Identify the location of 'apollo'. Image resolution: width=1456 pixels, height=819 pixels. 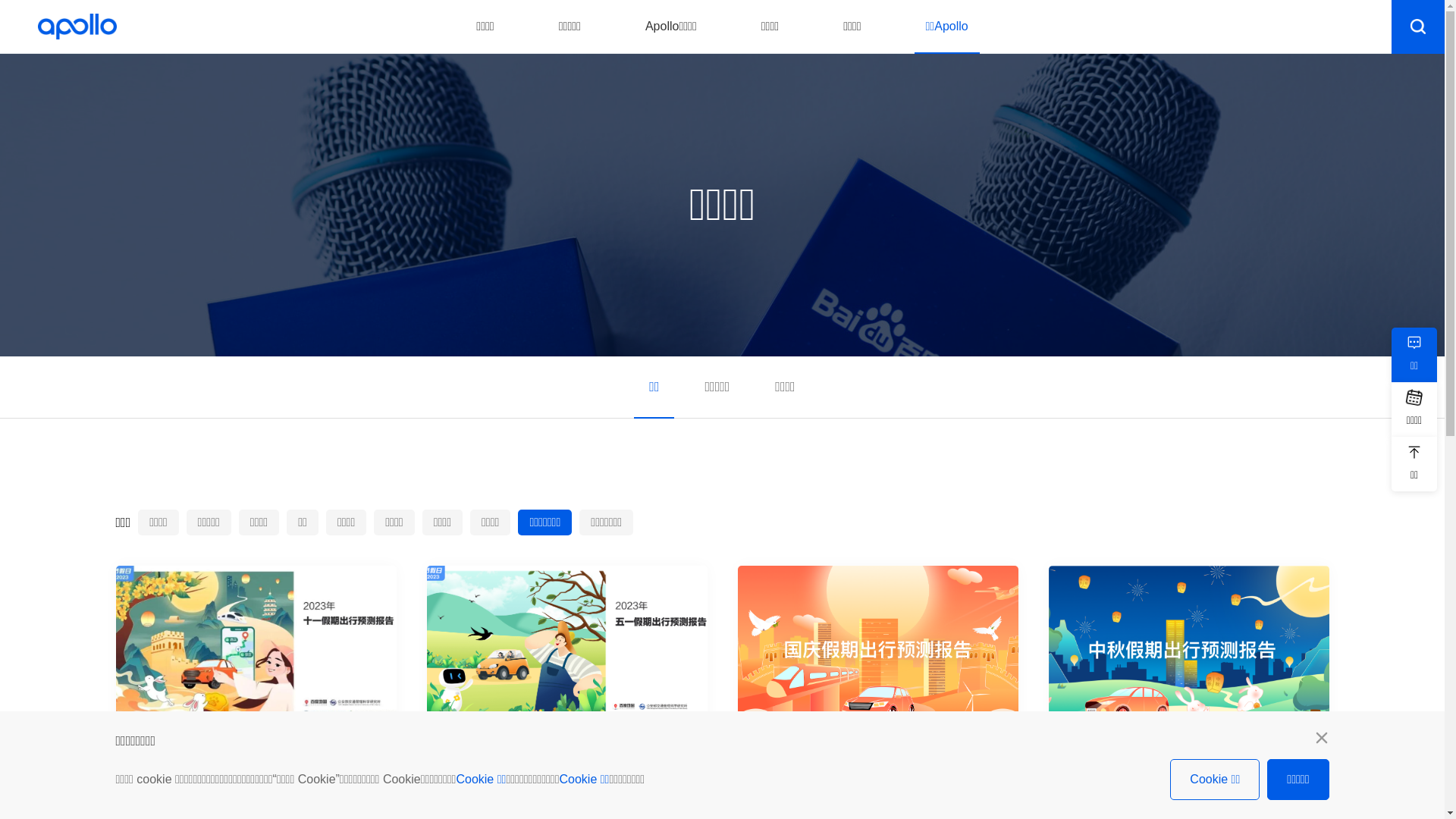
(76, 26).